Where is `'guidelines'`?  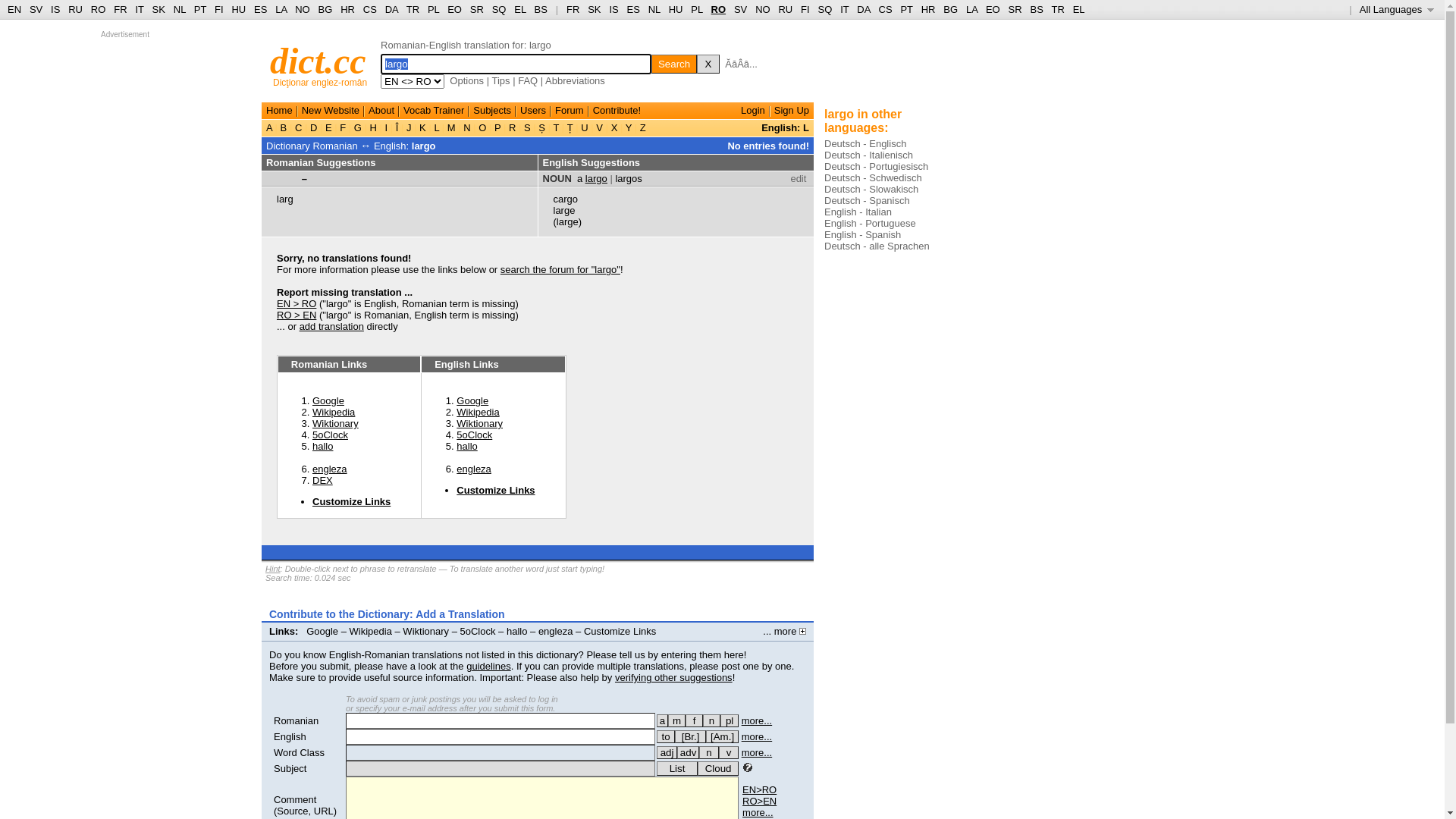 'guidelines' is located at coordinates (488, 665).